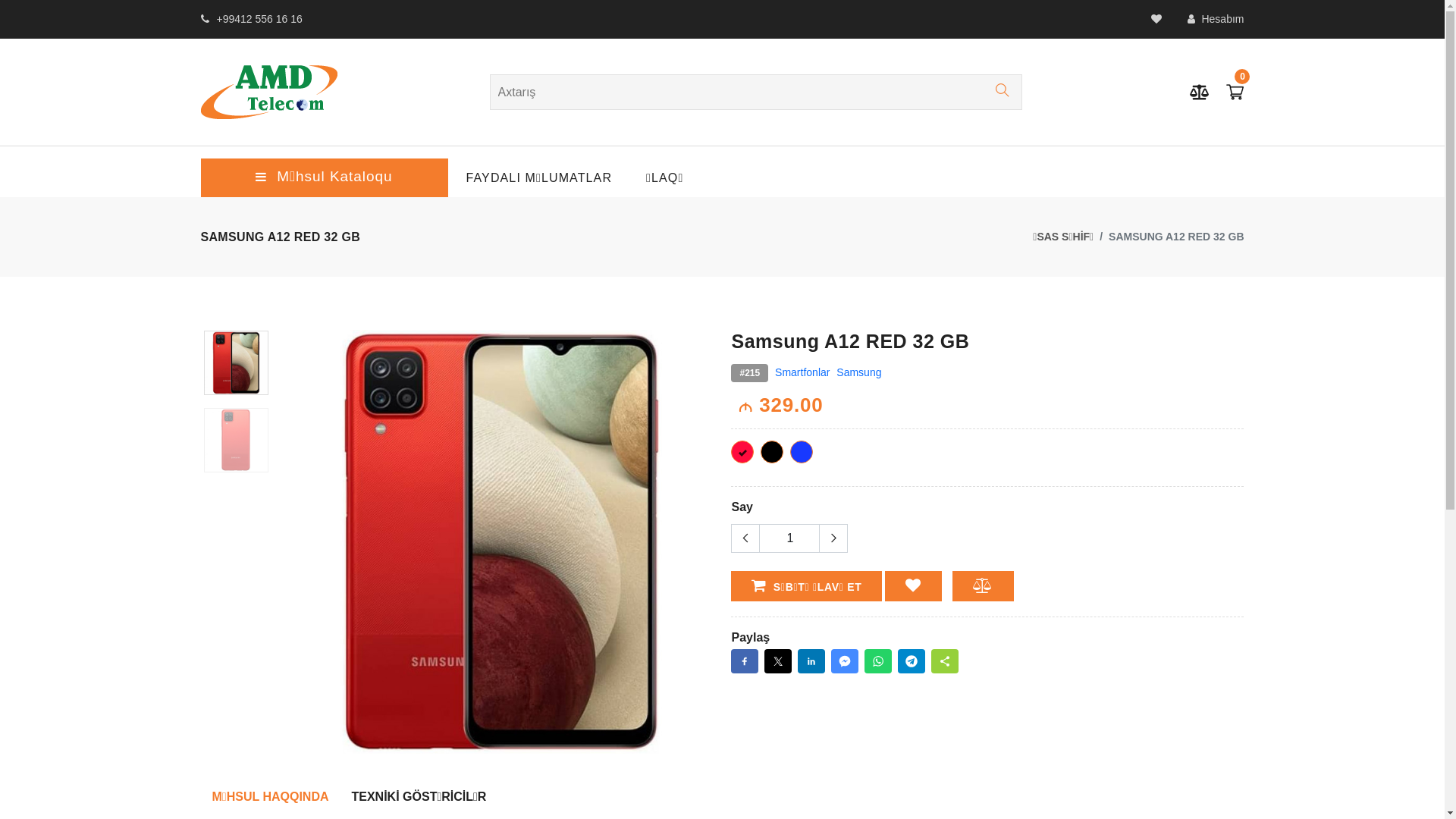 Image resolution: width=1456 pixels, height=819 pixels. I want to click on 'Black', so click(771, 451).